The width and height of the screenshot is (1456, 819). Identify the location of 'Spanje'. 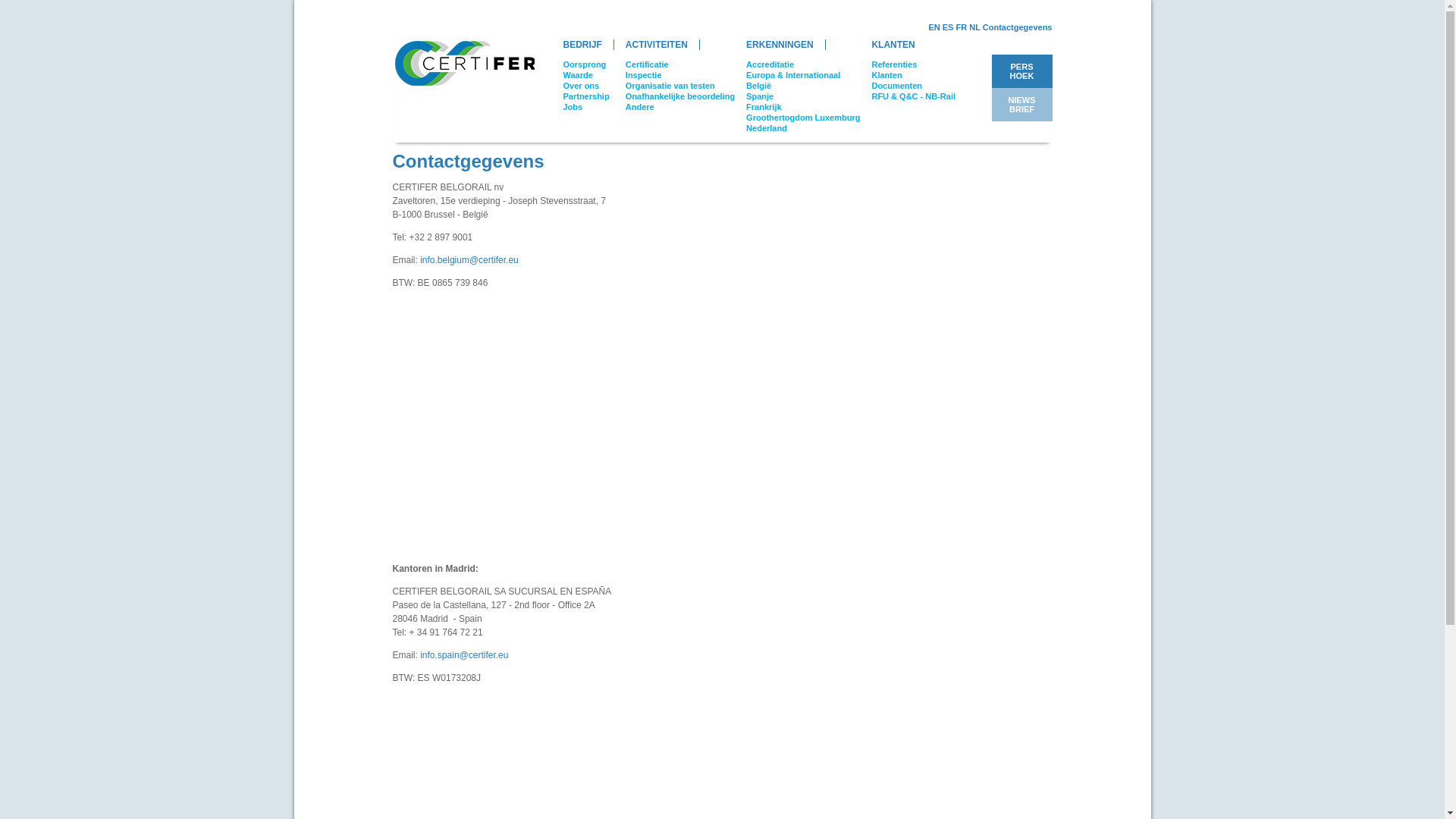
(760, 96).